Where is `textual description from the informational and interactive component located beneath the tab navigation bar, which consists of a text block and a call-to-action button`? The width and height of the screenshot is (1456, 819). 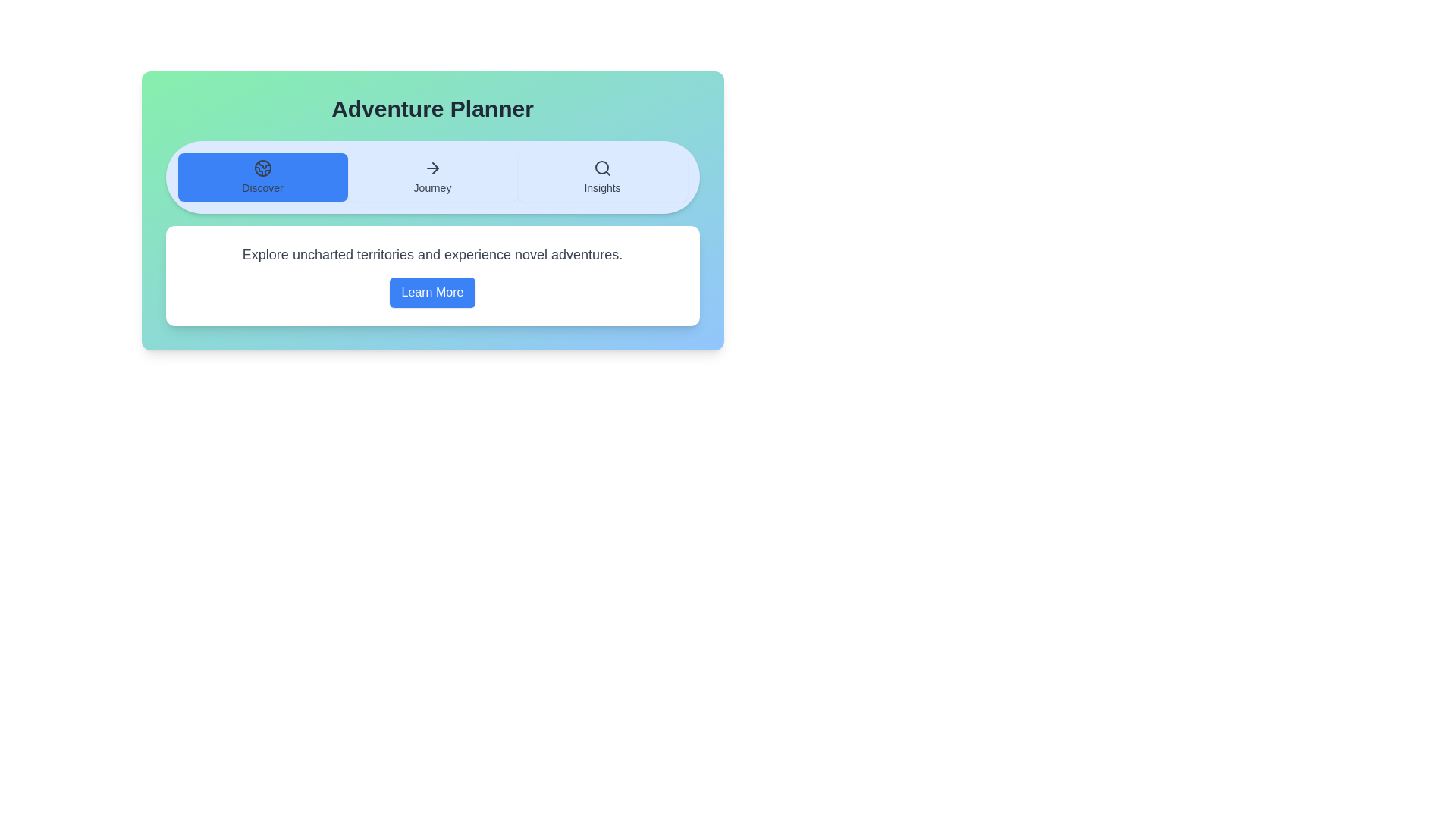
textual description from the informational and interactive component located beneath the tab navigation bar, which consists of a text block and a call-to-action button is located at coordinates (431, 275).